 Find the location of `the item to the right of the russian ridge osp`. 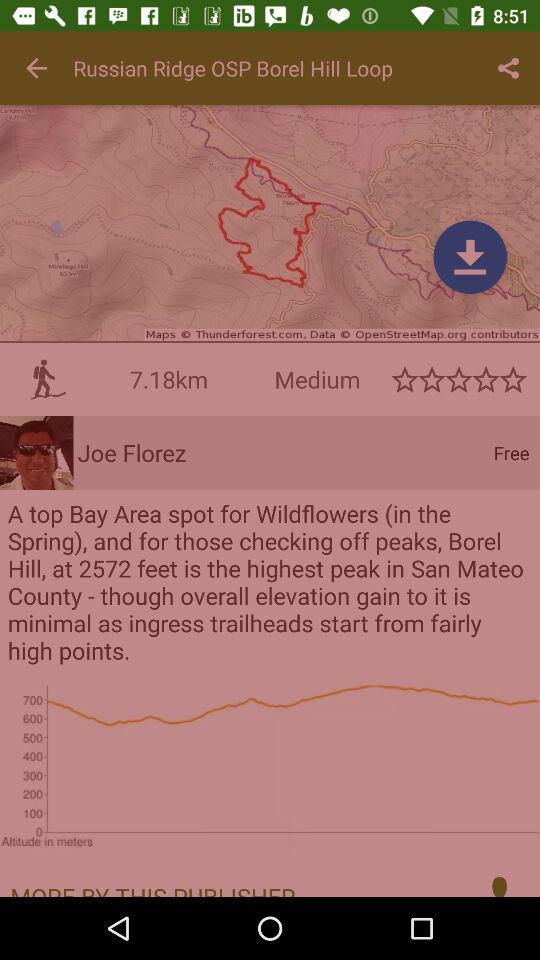

the item to the right of the russian ridge osp is located at coordinates (508, 68).